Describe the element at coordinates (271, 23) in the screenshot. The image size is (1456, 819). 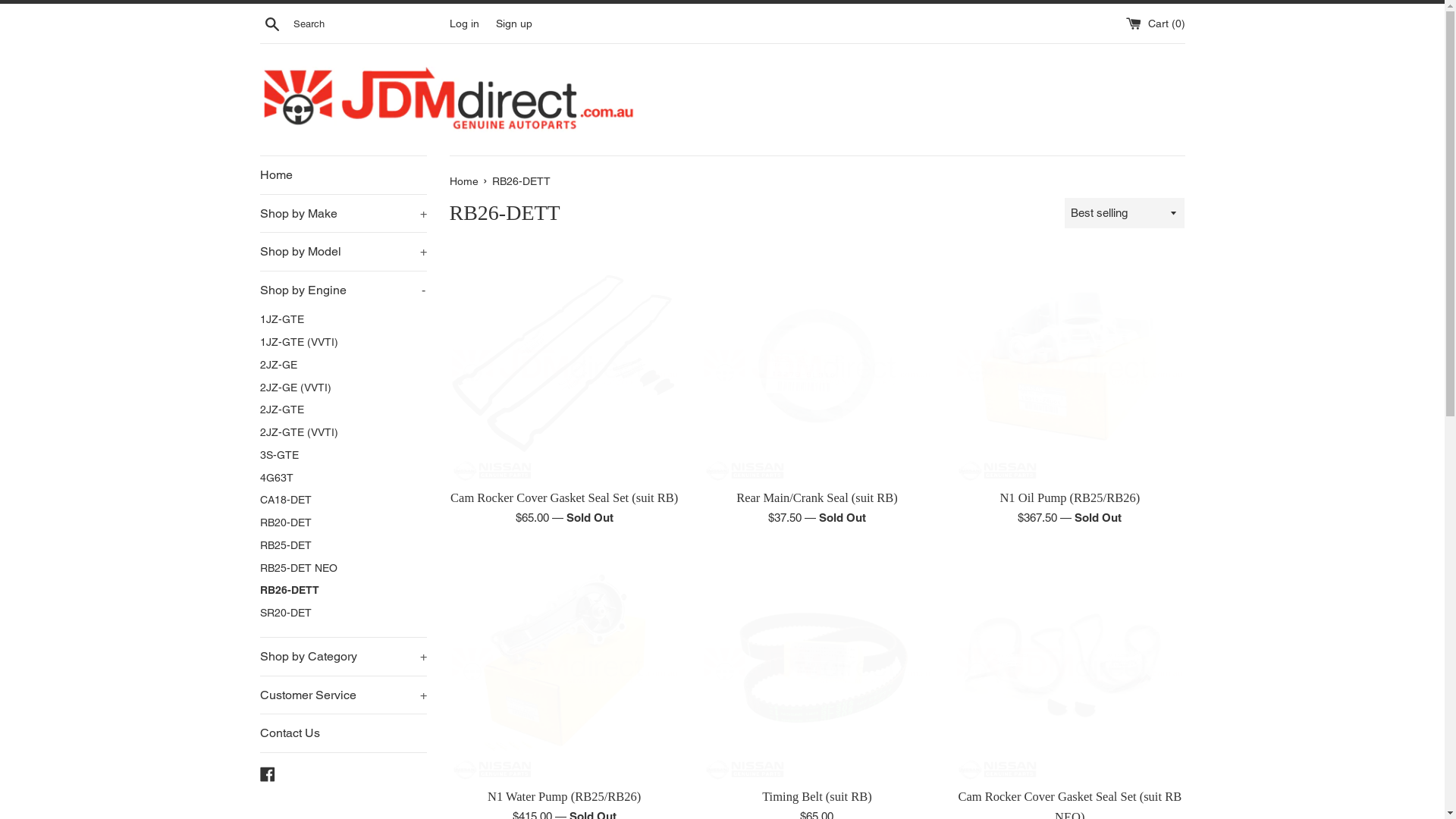
I see `'Search'` at that location.